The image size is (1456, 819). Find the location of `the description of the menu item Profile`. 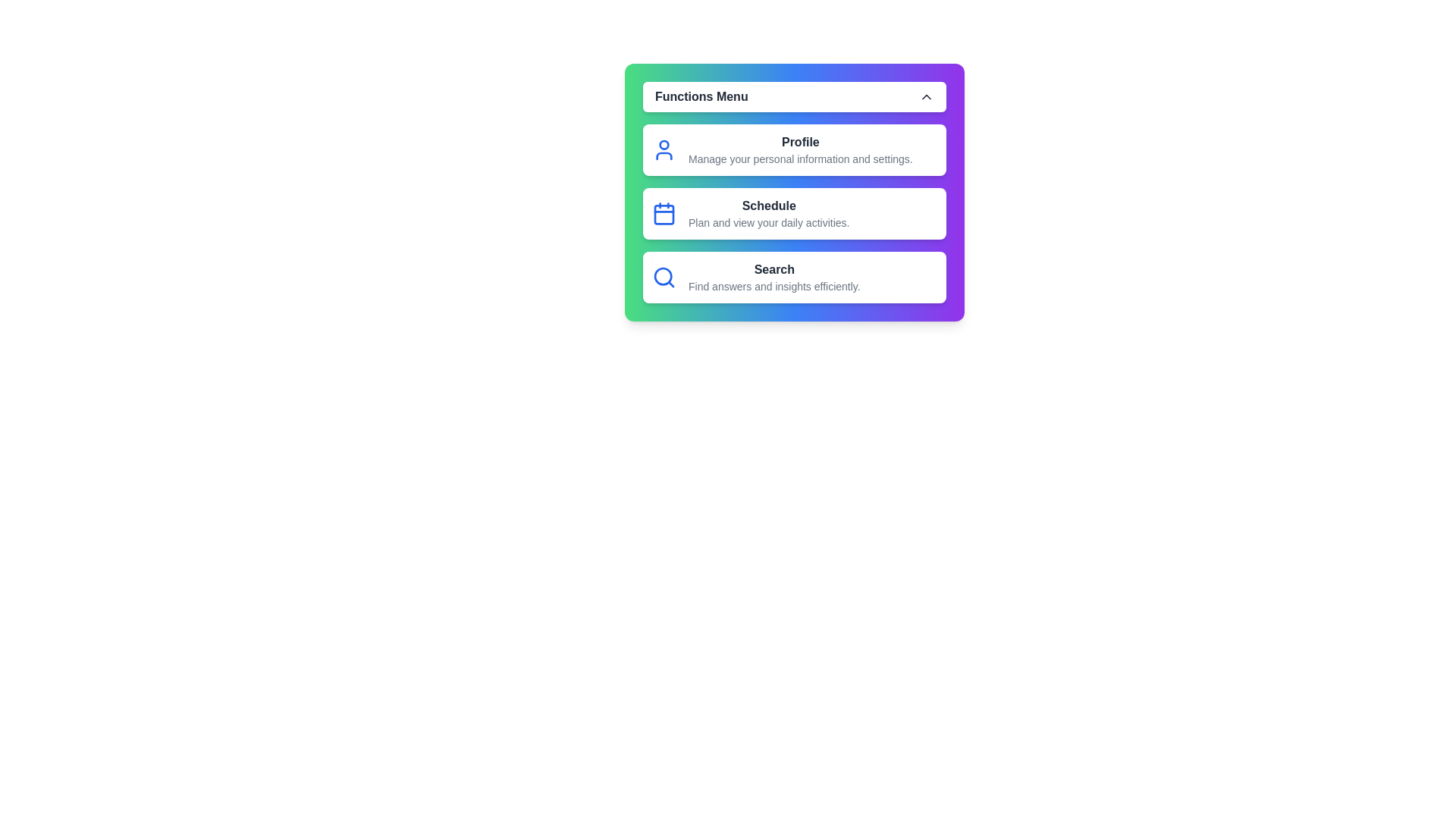

the description of the menu item Profile is located at coordinates (793, 149).